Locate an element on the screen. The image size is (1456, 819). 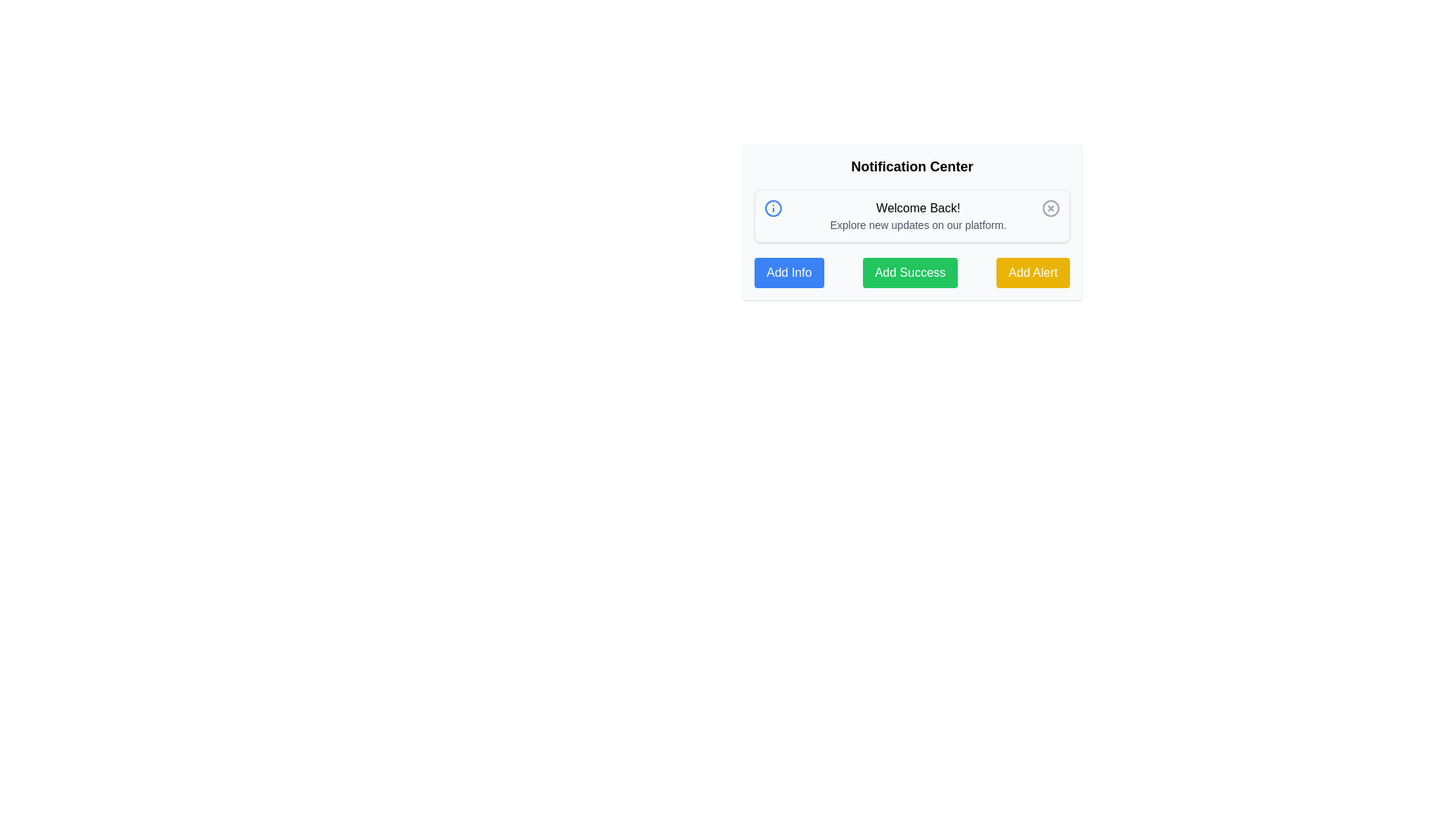
the middle button under the 'Notification Center' section is located at coordinates (912, 271).